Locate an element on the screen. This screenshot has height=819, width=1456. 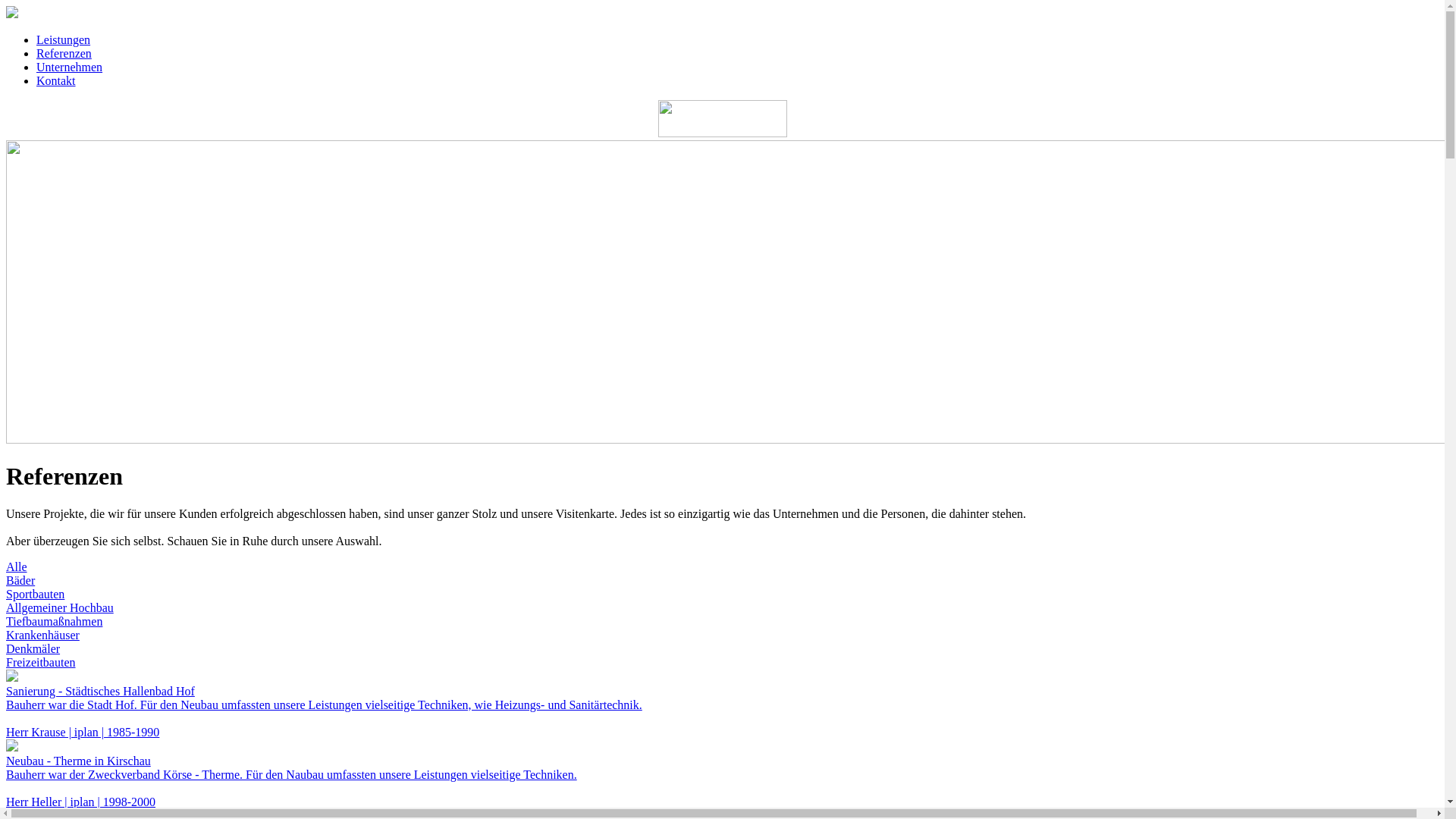
'Allgemeiner Hochbau' is located at coordinates (59, 607).